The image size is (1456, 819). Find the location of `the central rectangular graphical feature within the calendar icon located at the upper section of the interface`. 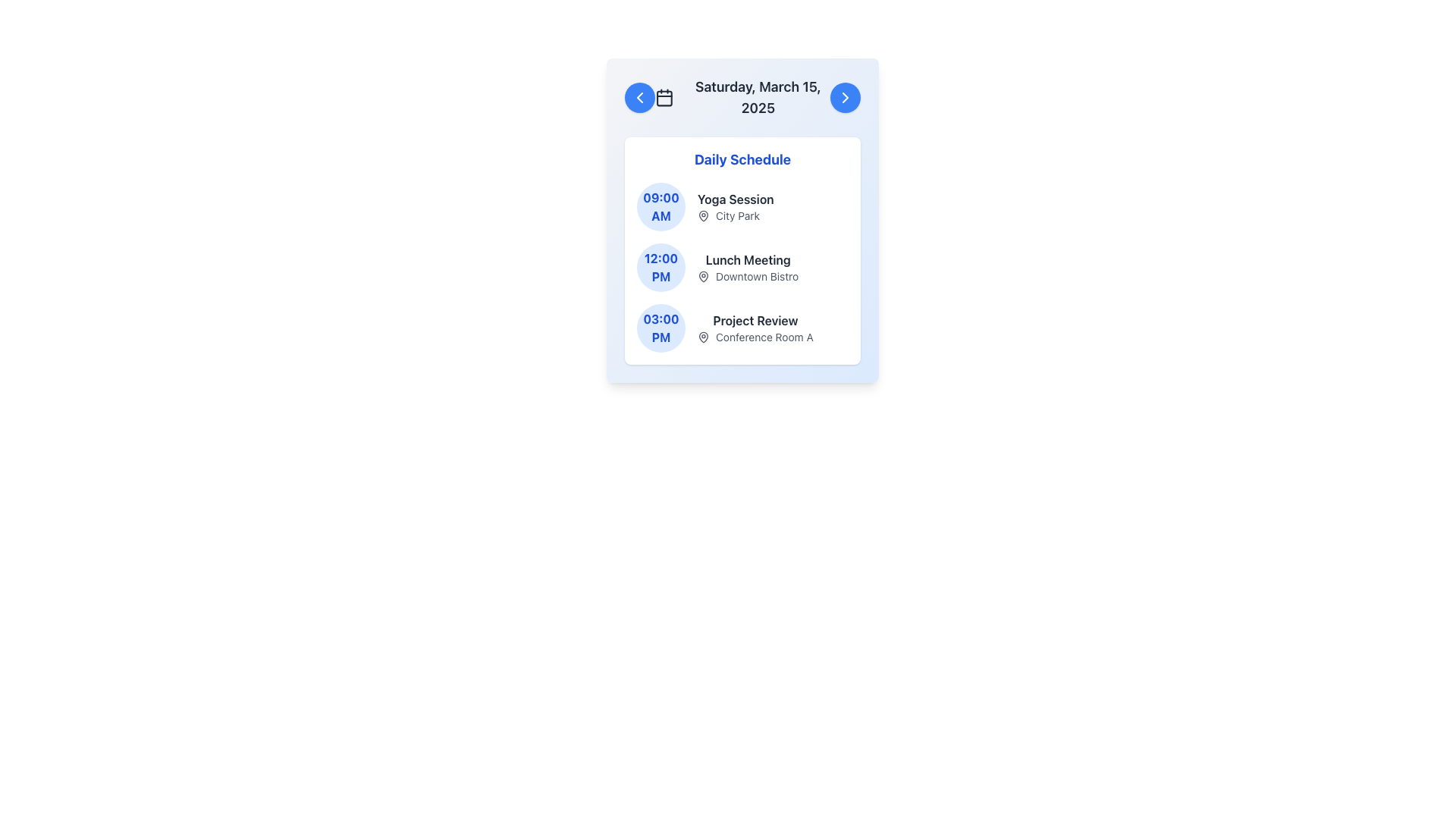

the central rectangular graphical feature within the calendar icon located at the upper section of the interface is located at coordinates (664, 99).